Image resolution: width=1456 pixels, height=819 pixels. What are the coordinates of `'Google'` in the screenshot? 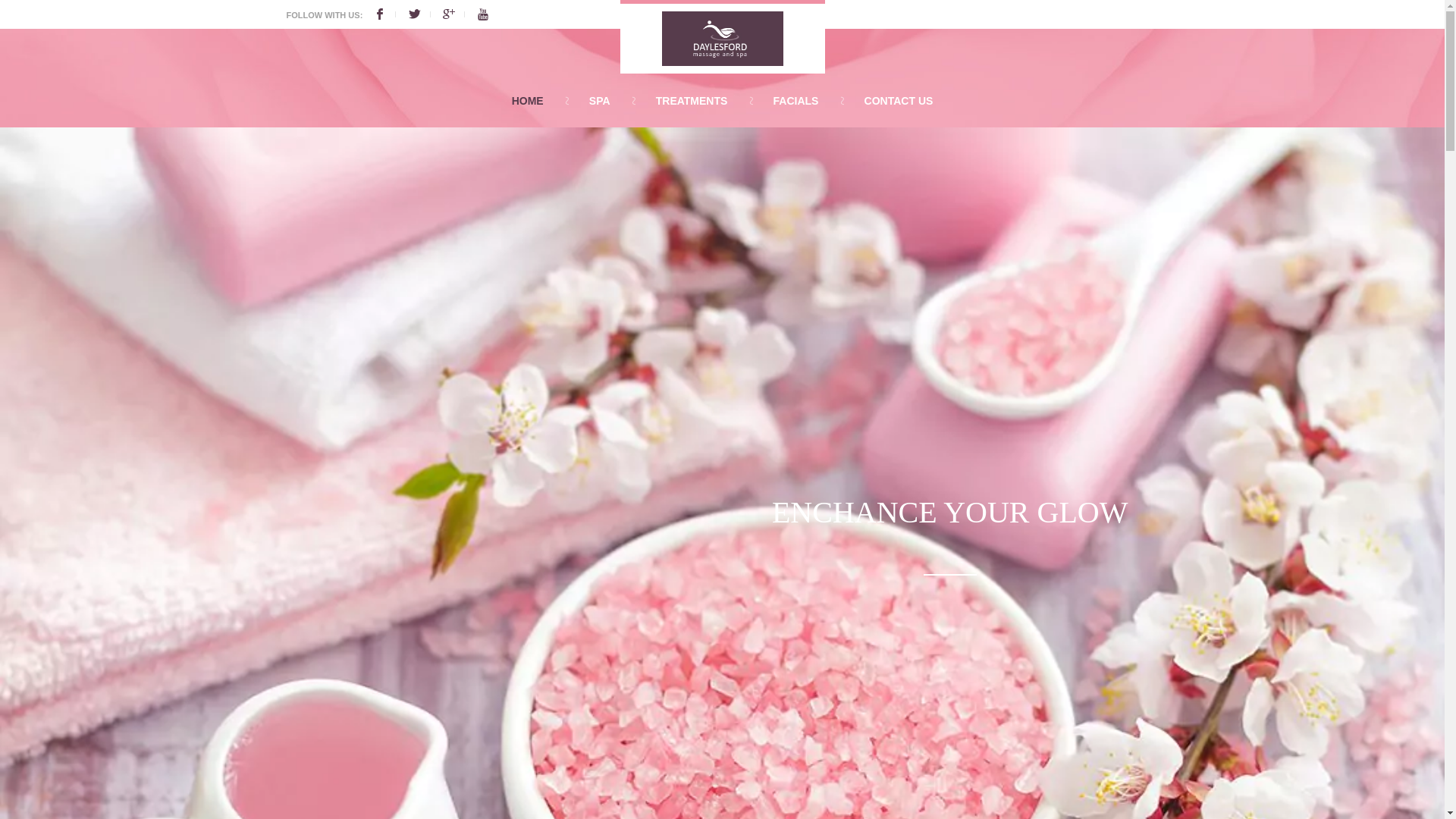 It's located at (457, 14).